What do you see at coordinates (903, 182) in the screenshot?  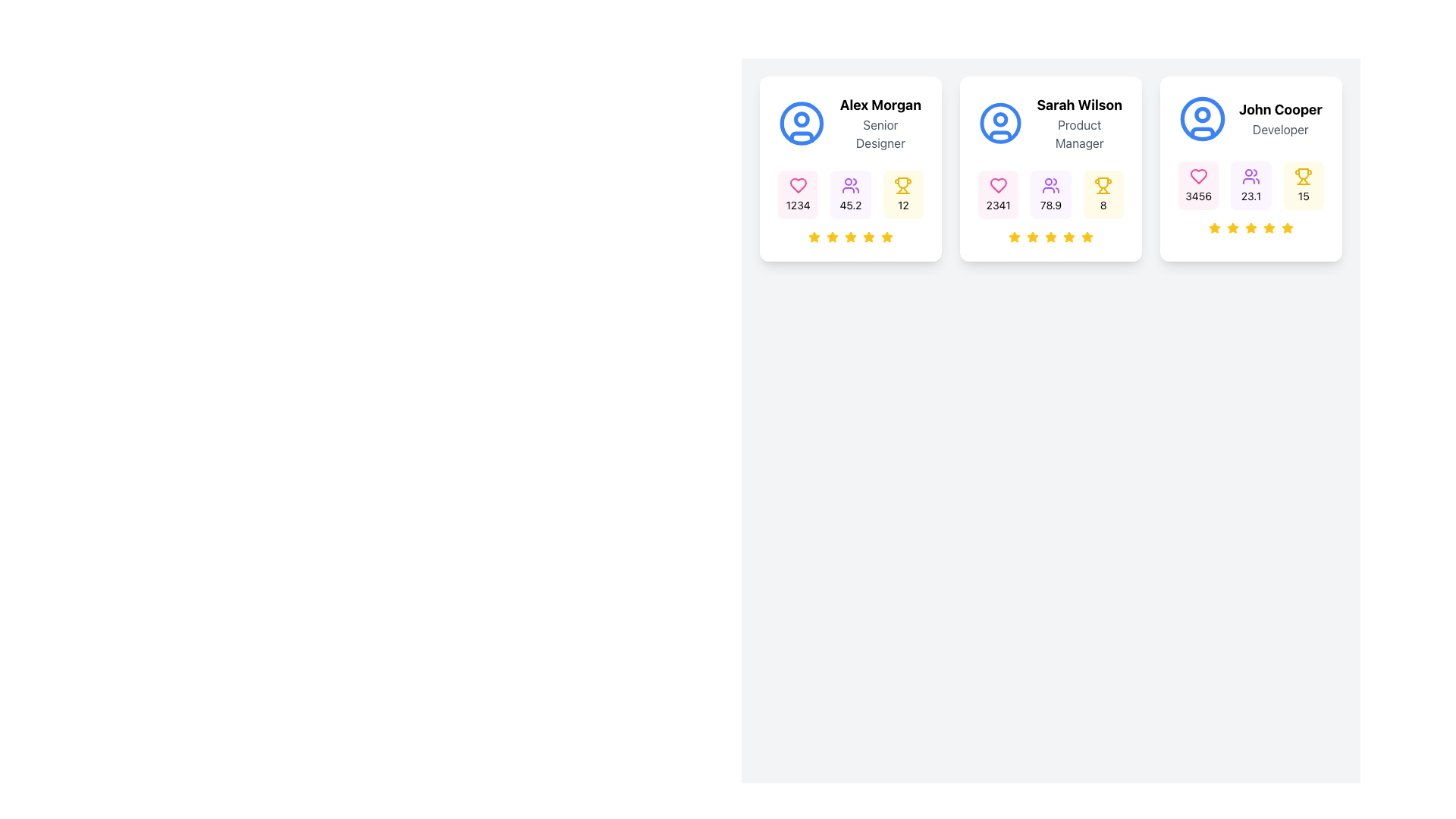 I see `the trophy cup icon, which is a yellow-filled vector graphic located in the center of the second row of the second card in a group of three horizontally aligned cards` at bounding box center [903, 182].